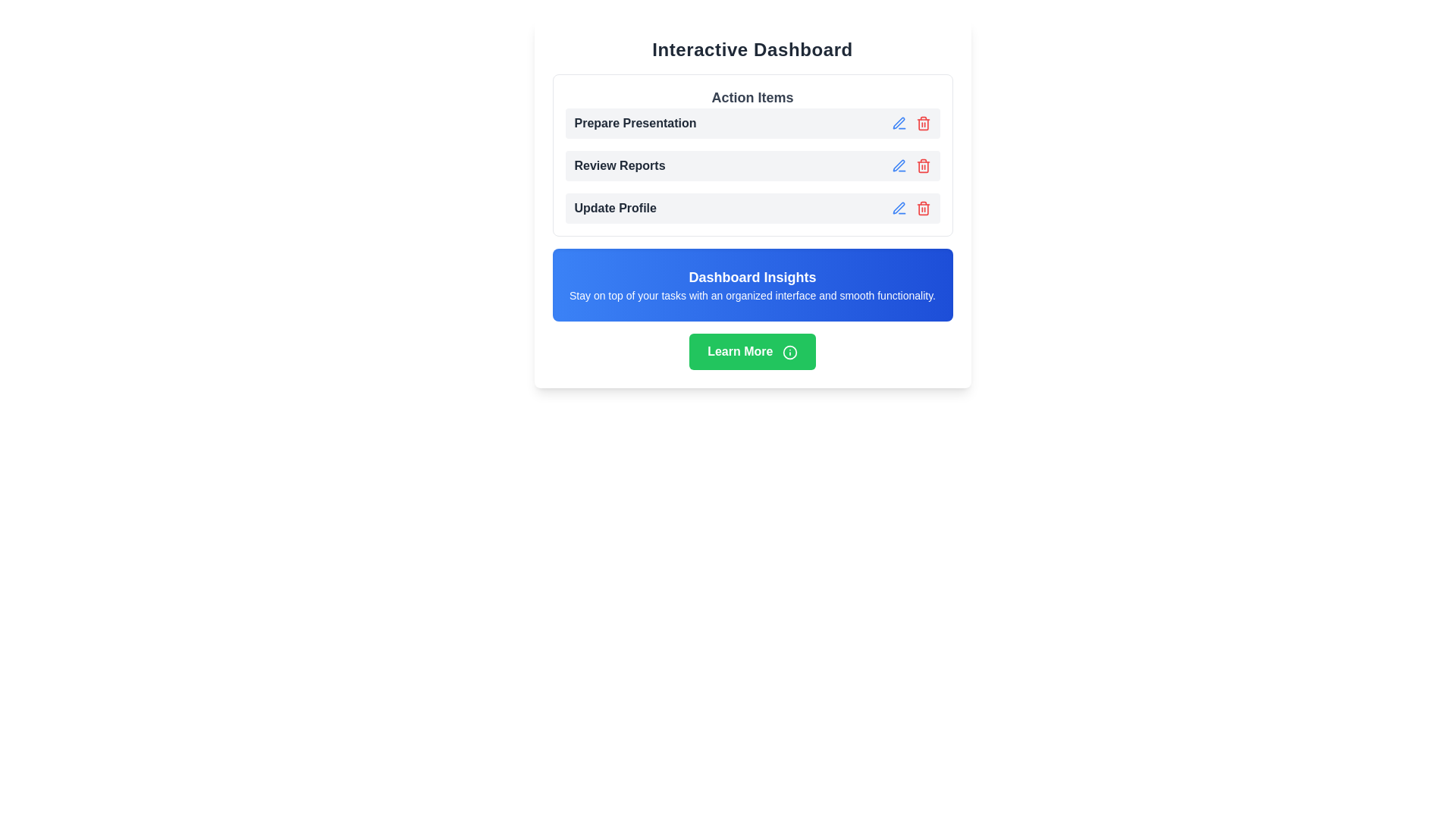 The width and height of the screenshot is (1456, 819). Describe the element at coordinates (910, 208) in the screenshot. I see `the pencil icon in the far-right group of interactive icons in the 'Update Profile' row of the 'Action Items' card` at that location.